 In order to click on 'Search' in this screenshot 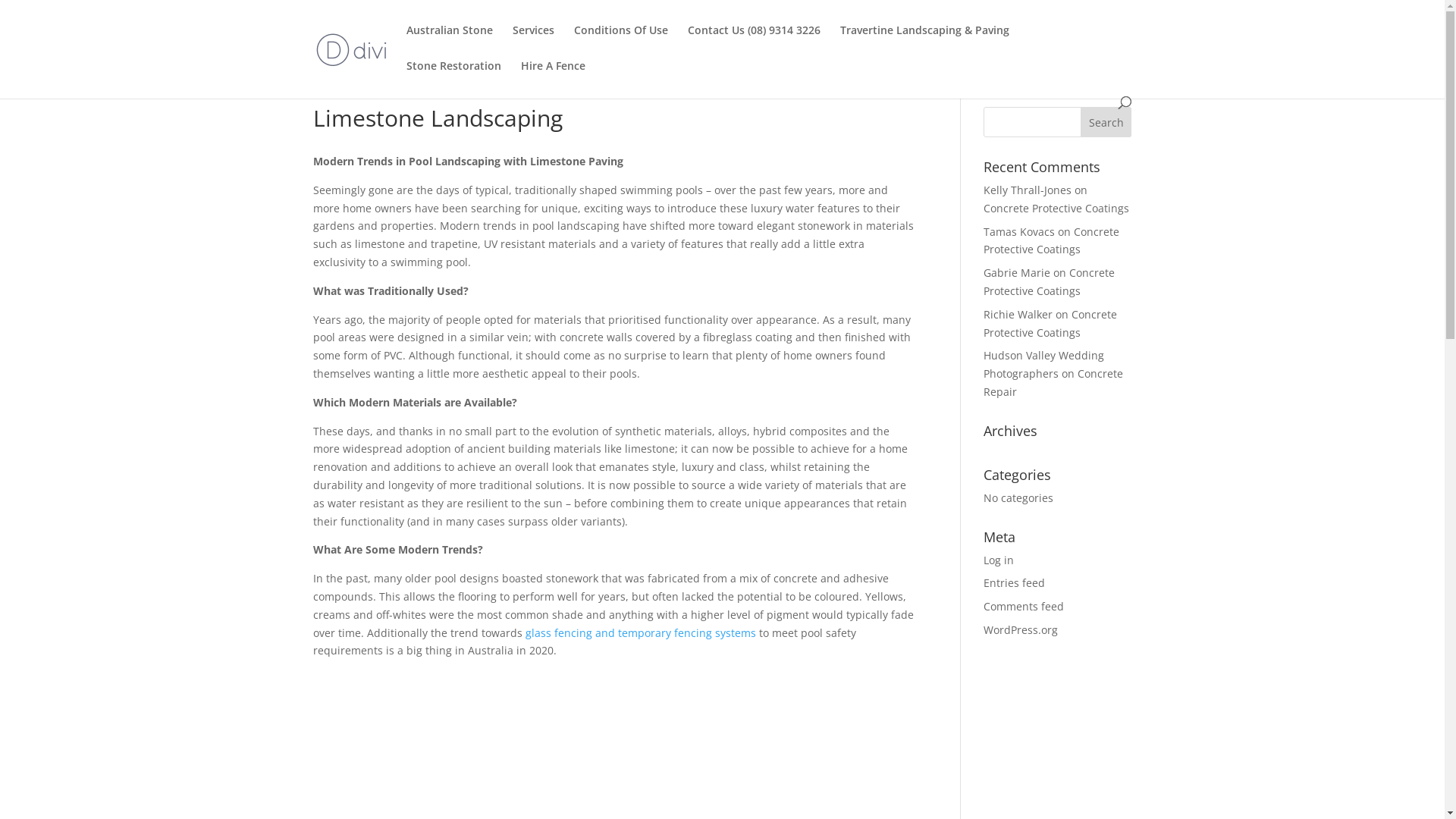, I will do `click(1106, 121)`.